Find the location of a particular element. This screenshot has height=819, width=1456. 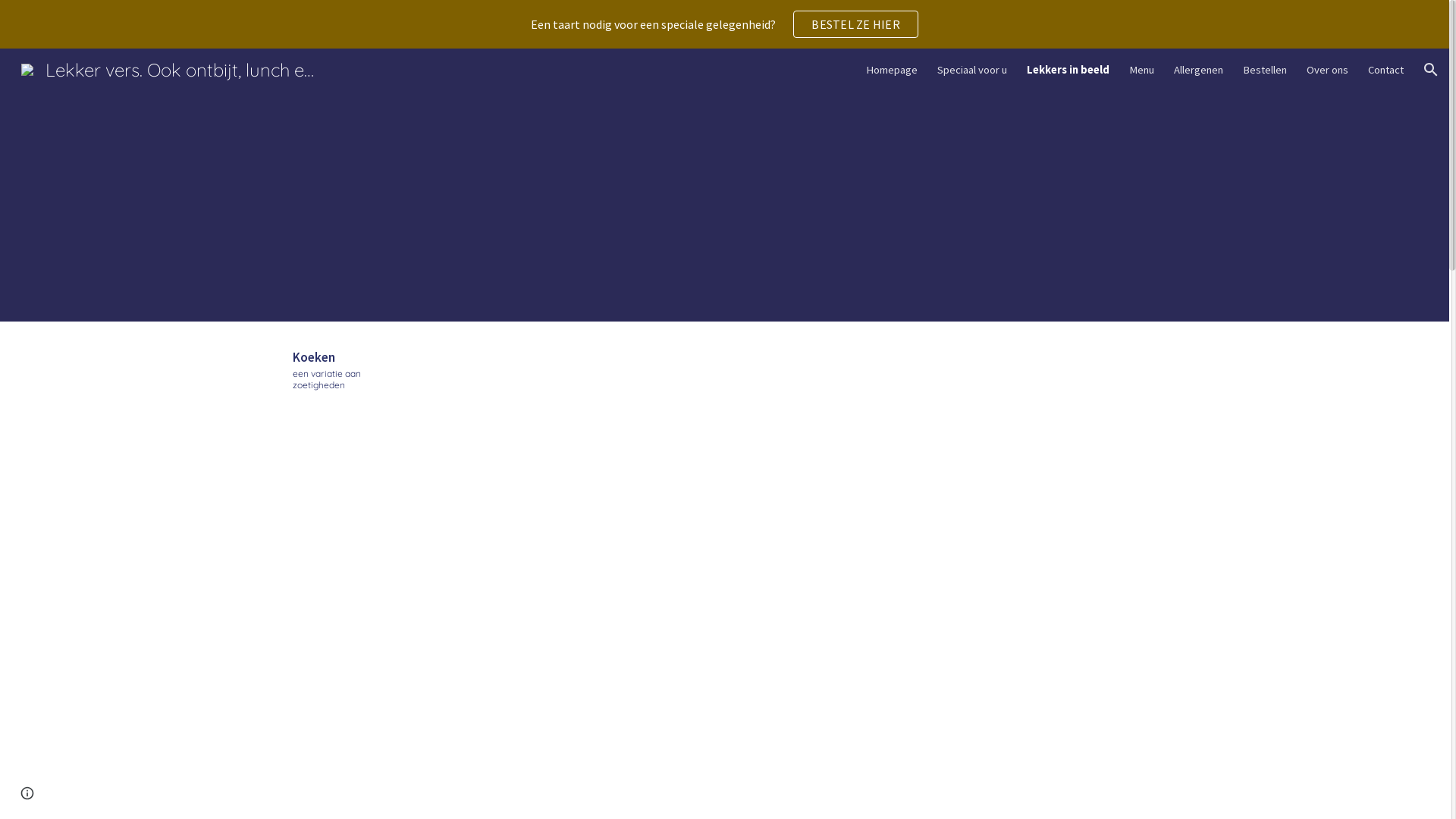

'Homepage' is located at coordinates (892, 70).